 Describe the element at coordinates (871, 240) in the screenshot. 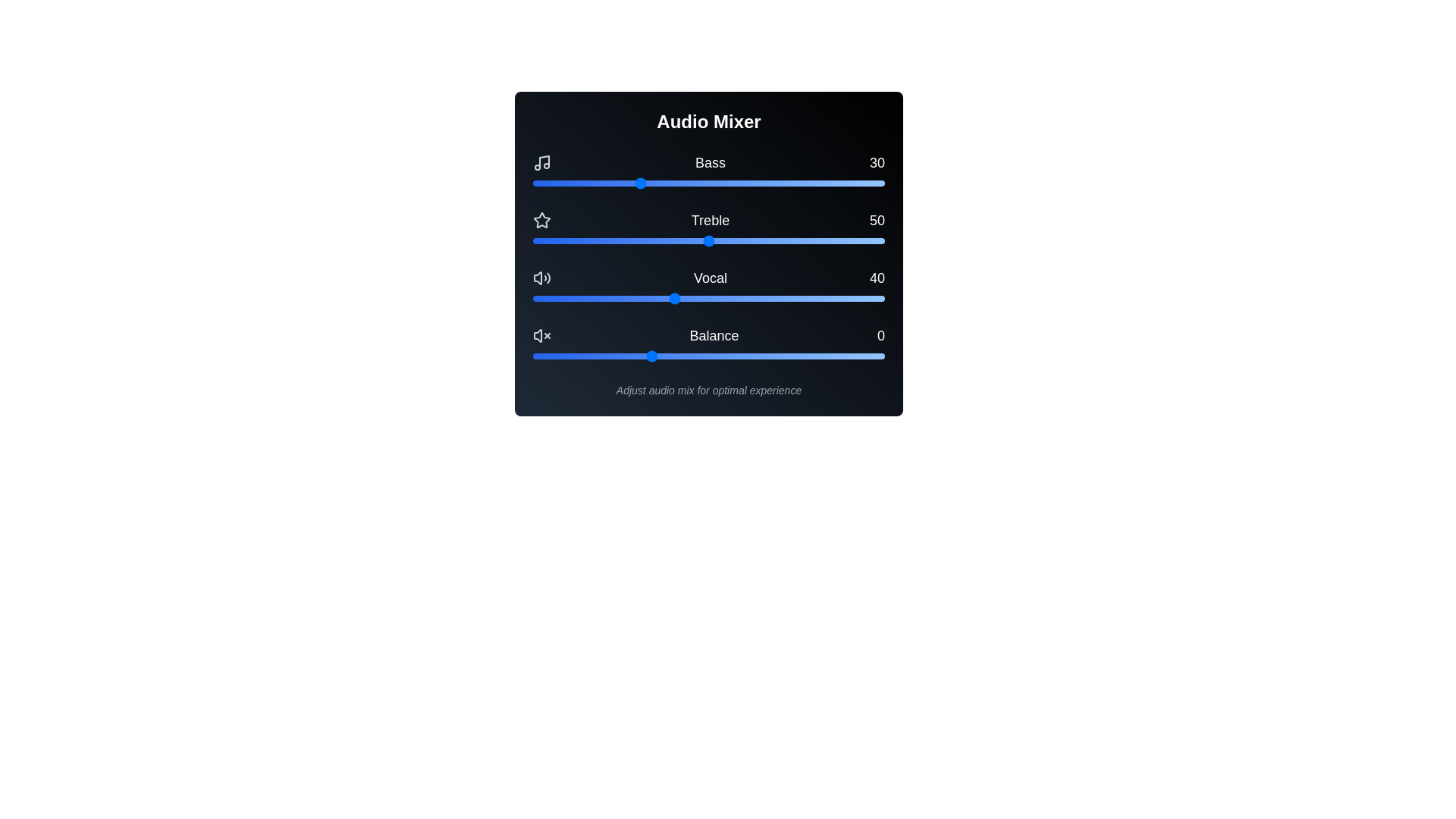

I see `the Treble slider to set the treble level to 96` at that location.